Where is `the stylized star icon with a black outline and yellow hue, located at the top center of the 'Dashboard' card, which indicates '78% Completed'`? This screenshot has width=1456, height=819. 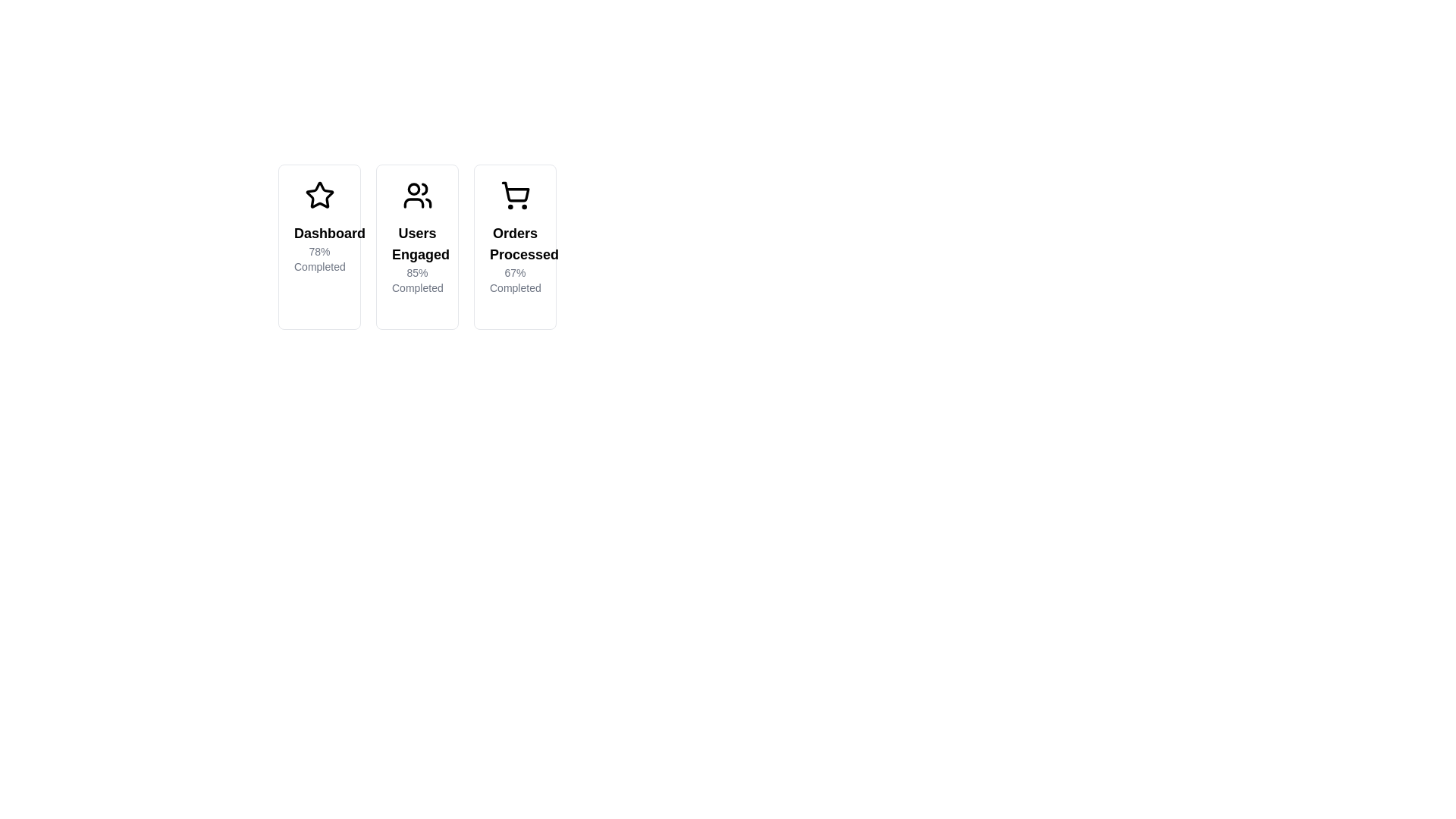 the stylized star icon with a black outline and yellow hue, located at the top center of the 'Dashboard' card, which indicates '78% Completed' is located at coordinates (318, 195).